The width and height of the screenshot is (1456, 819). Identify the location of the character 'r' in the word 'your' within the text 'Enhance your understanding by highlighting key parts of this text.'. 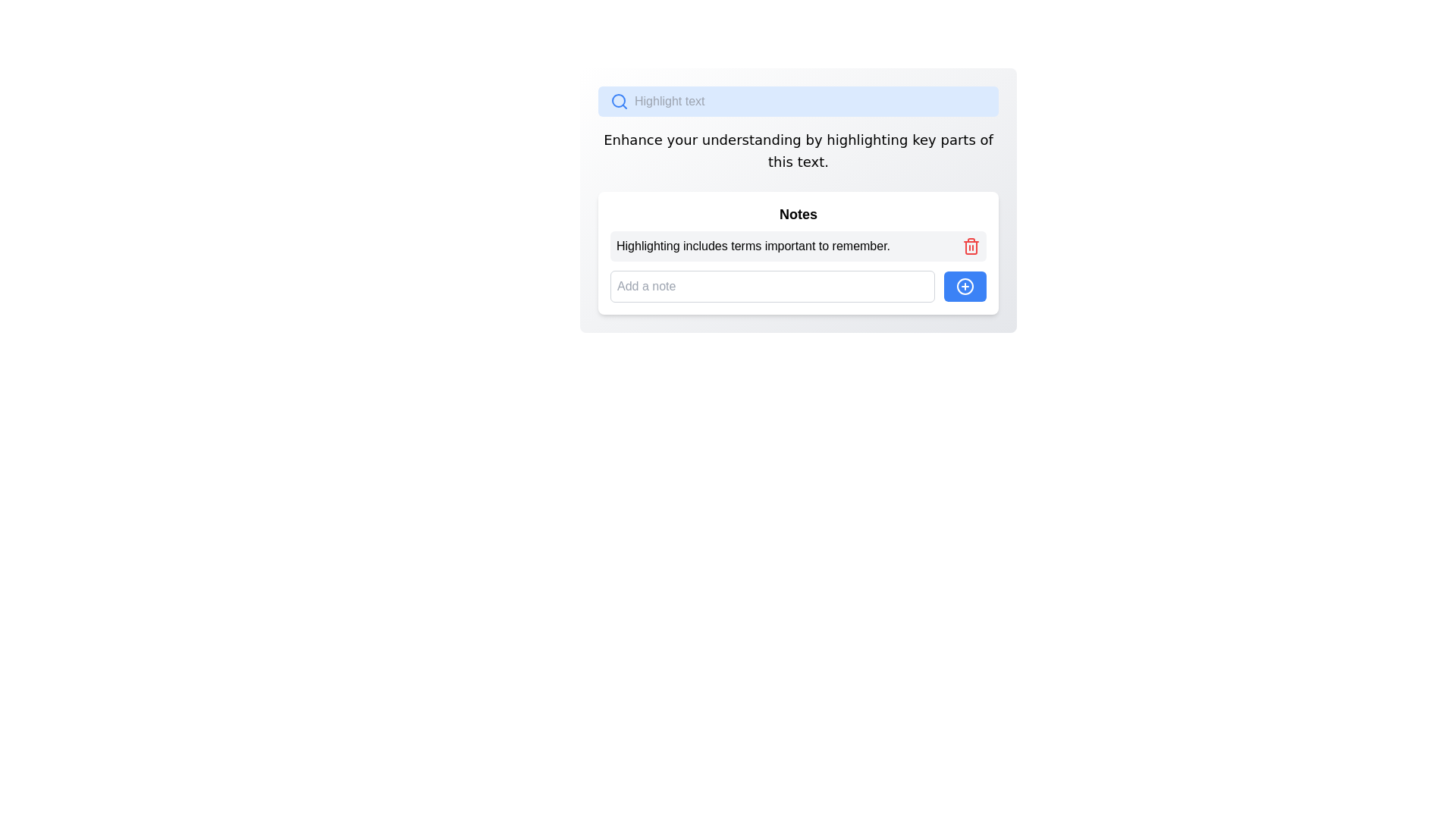
(694, 140).